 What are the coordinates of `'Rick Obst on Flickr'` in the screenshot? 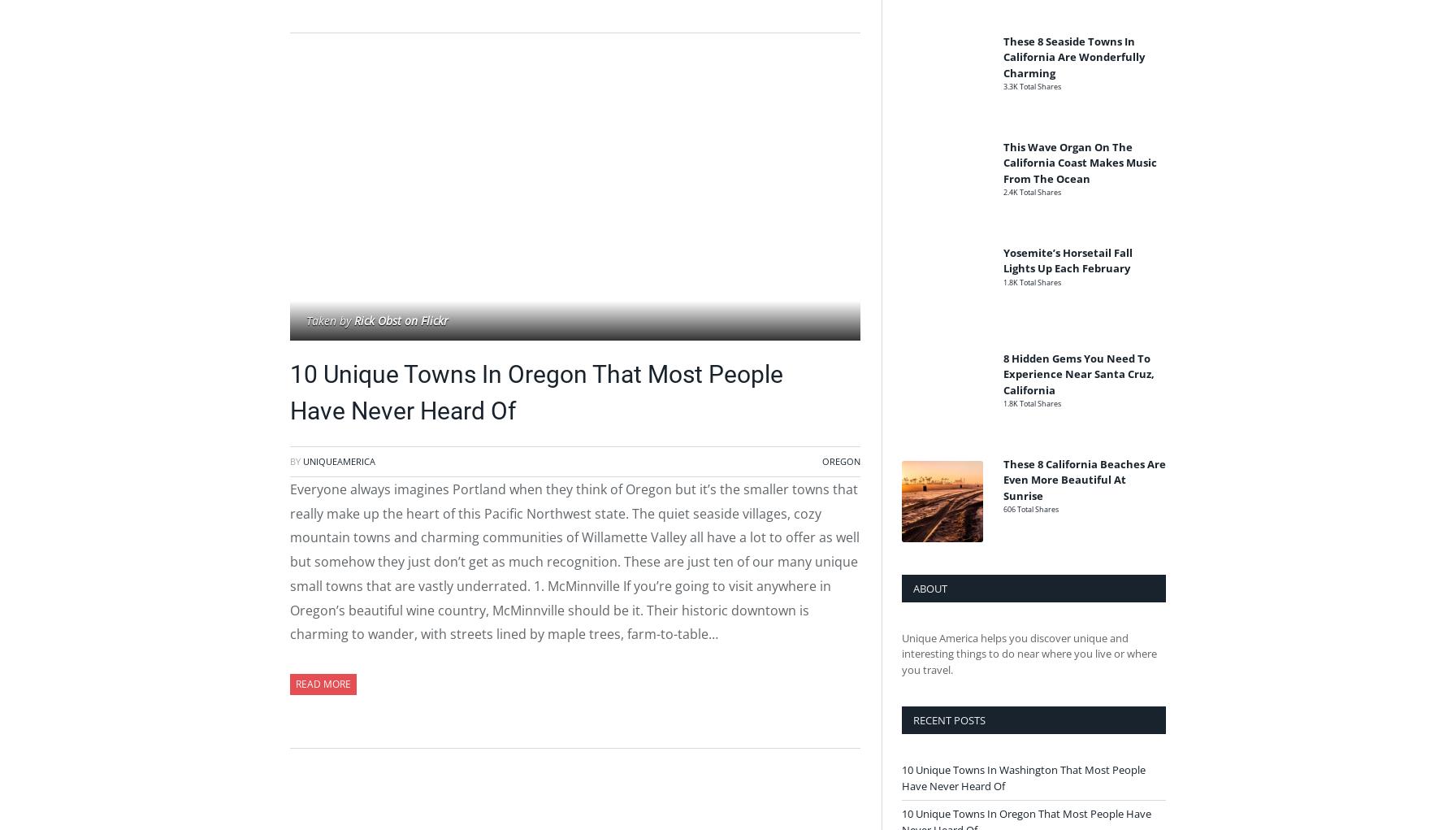 It's located at (401, 319).